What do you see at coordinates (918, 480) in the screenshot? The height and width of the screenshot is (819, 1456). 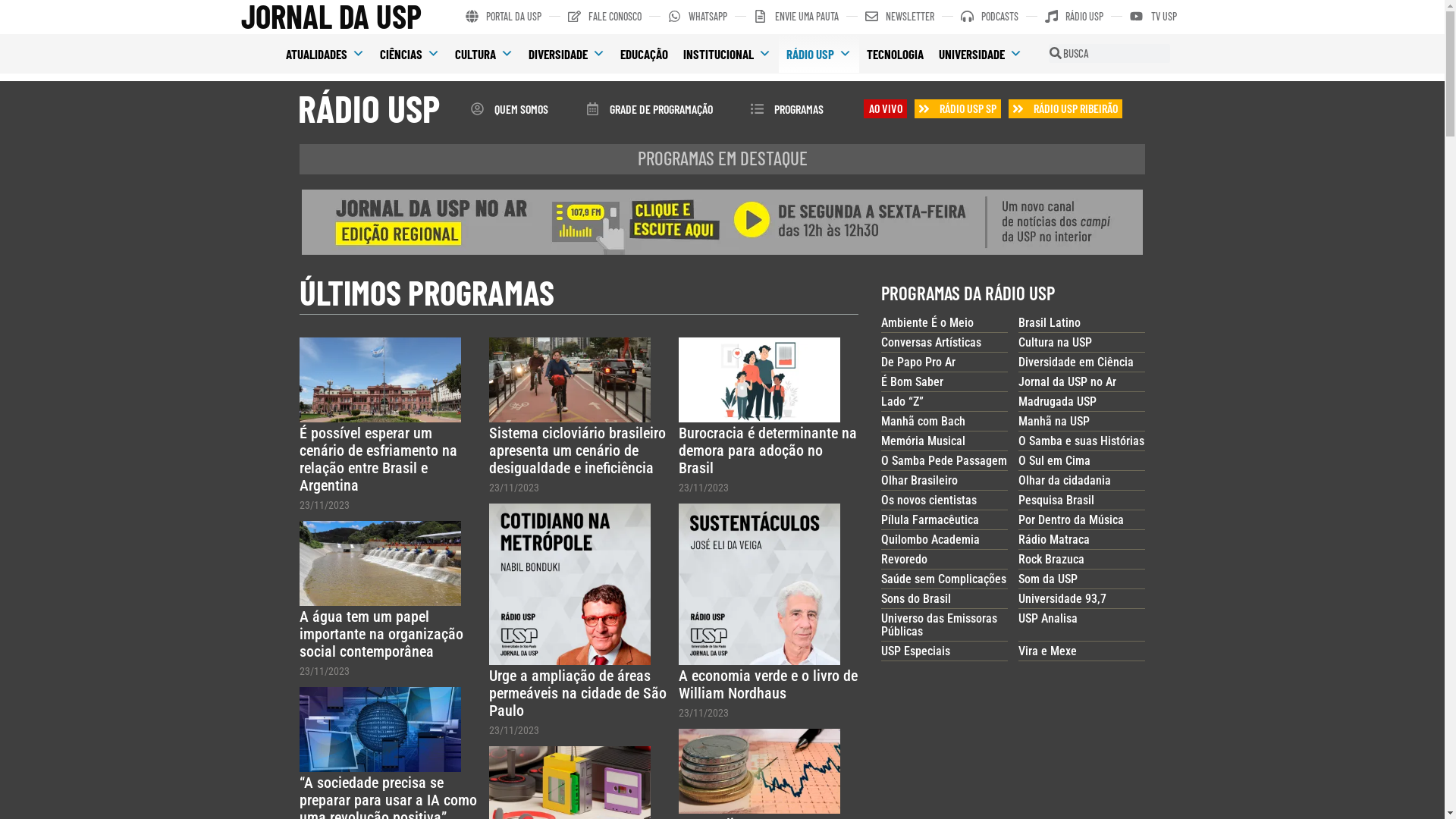 I see `'Olhar Brasileiro'` at bounding box center [918, 480].